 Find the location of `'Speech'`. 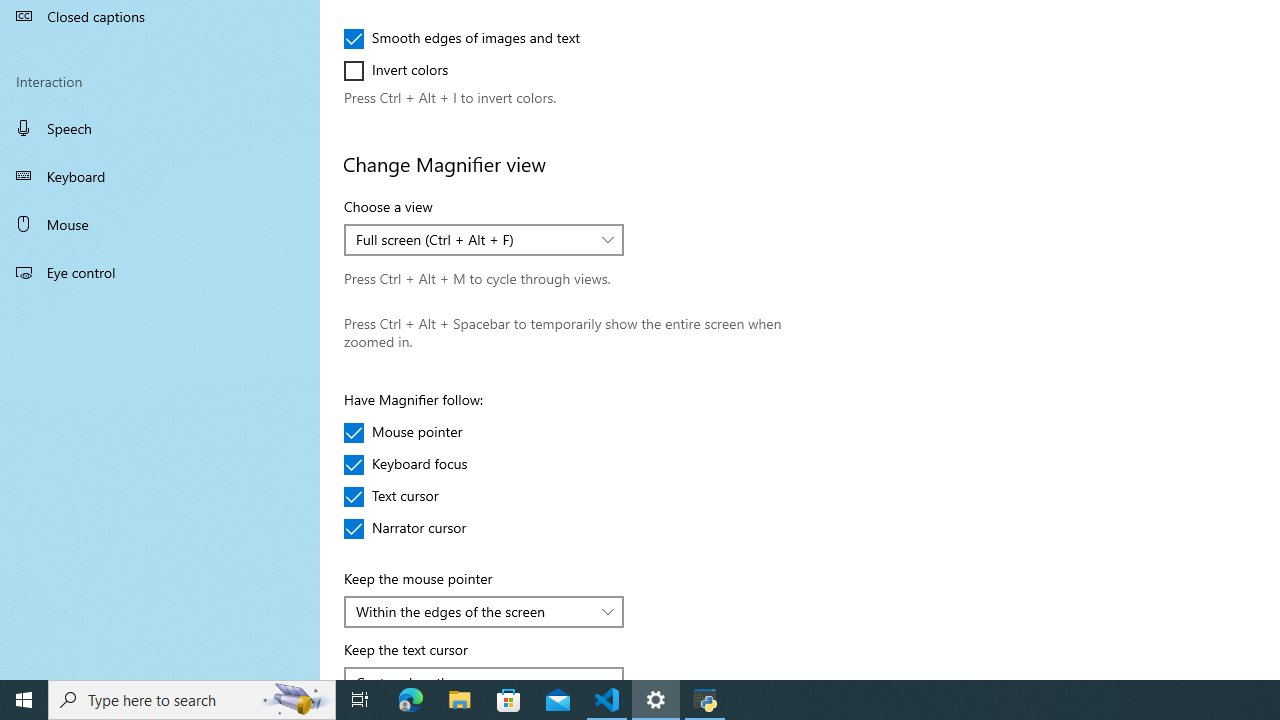

'Speech' is located at coordinates (160, 127).